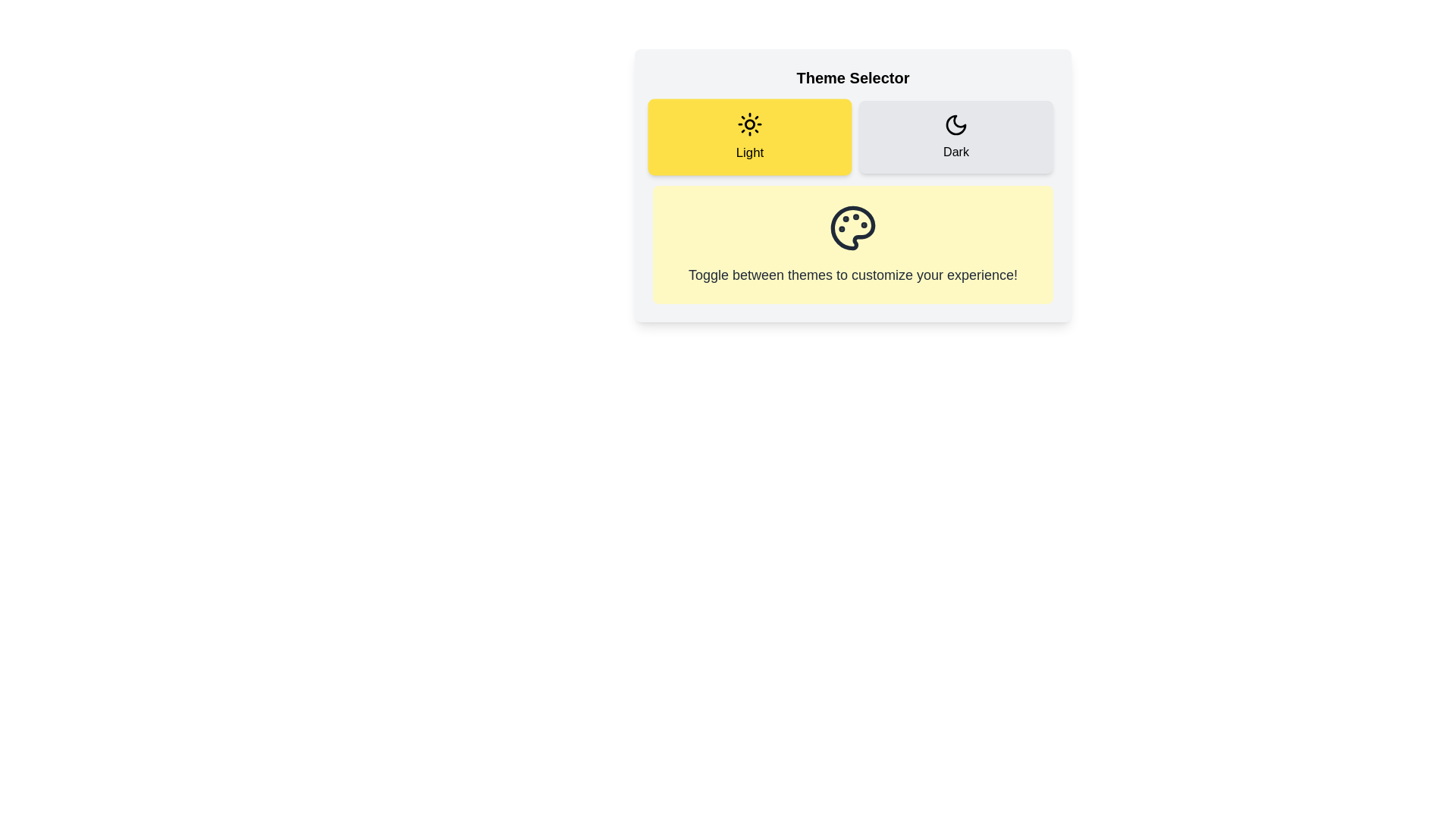 This screenshot has height=819, width=1456. What do you see at coordinates (852, 227) in the screenshot?
I see `the decorative icon that represents the theme customization concept, located centrally above the text 'Toggle between themes to customize your experience!'` at bounding box center [852, 227].